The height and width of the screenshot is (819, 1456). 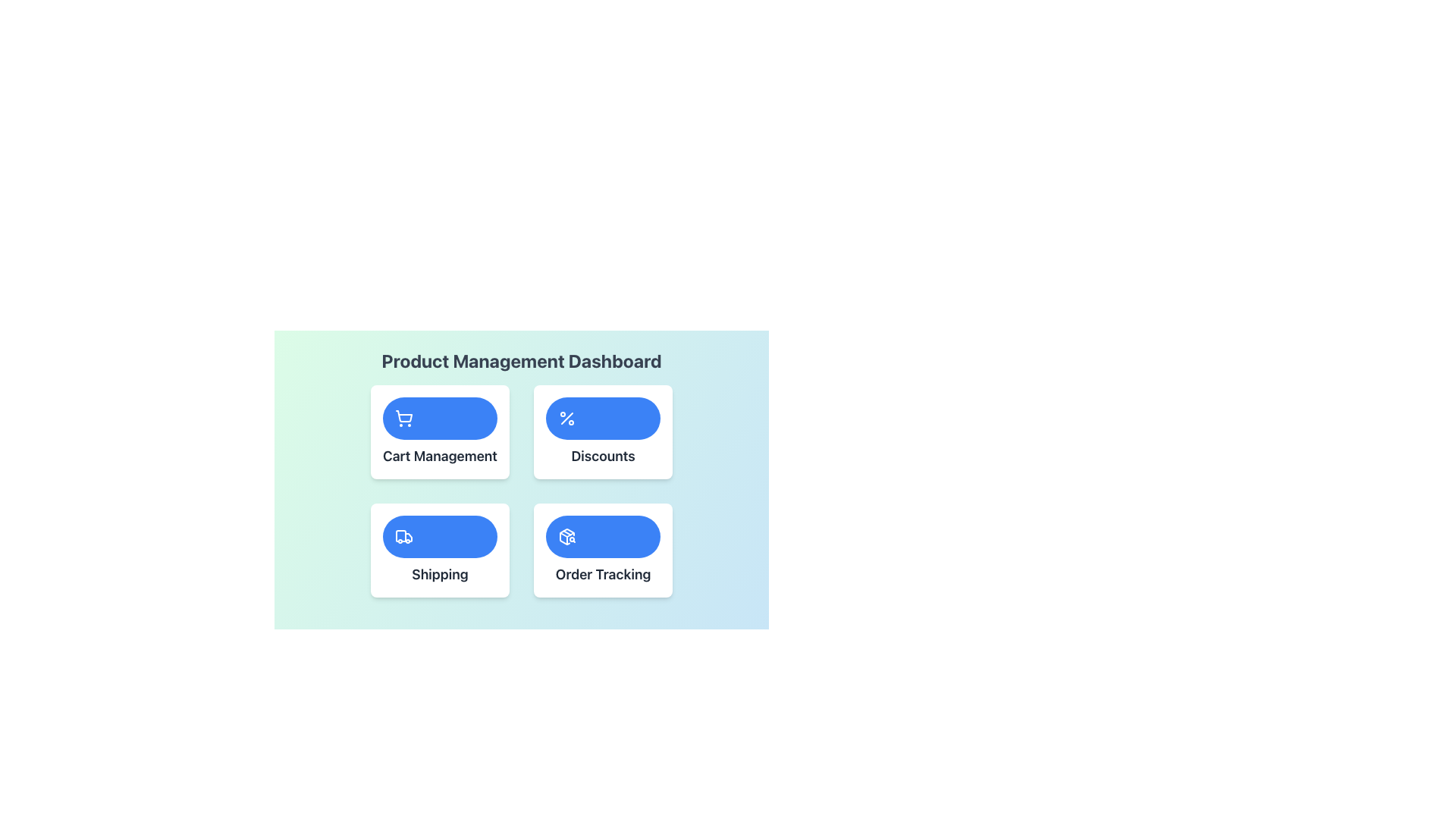 I want to click on text from the 'Shipping' section text label located at the bottom-left of the grid layout in the product dashboard interface, situated just below the truck icon, so click(x=439, y=575).